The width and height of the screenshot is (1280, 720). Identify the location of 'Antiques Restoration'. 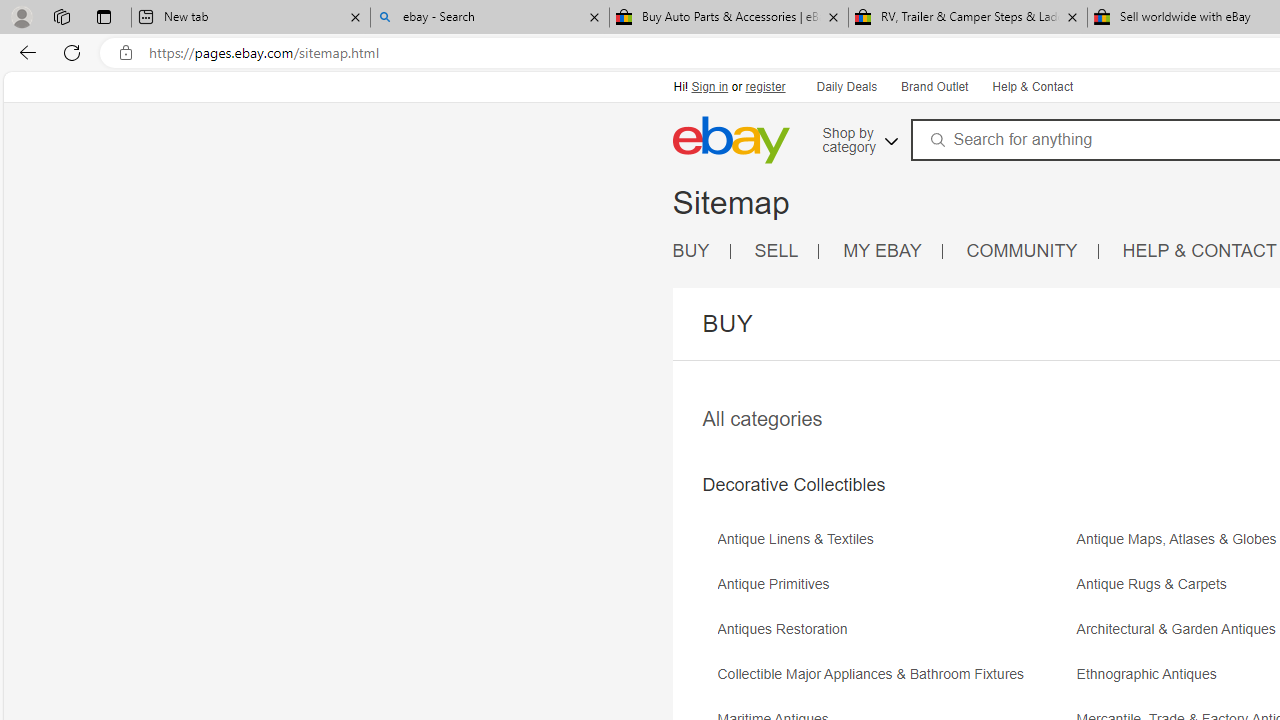
(786, 628).